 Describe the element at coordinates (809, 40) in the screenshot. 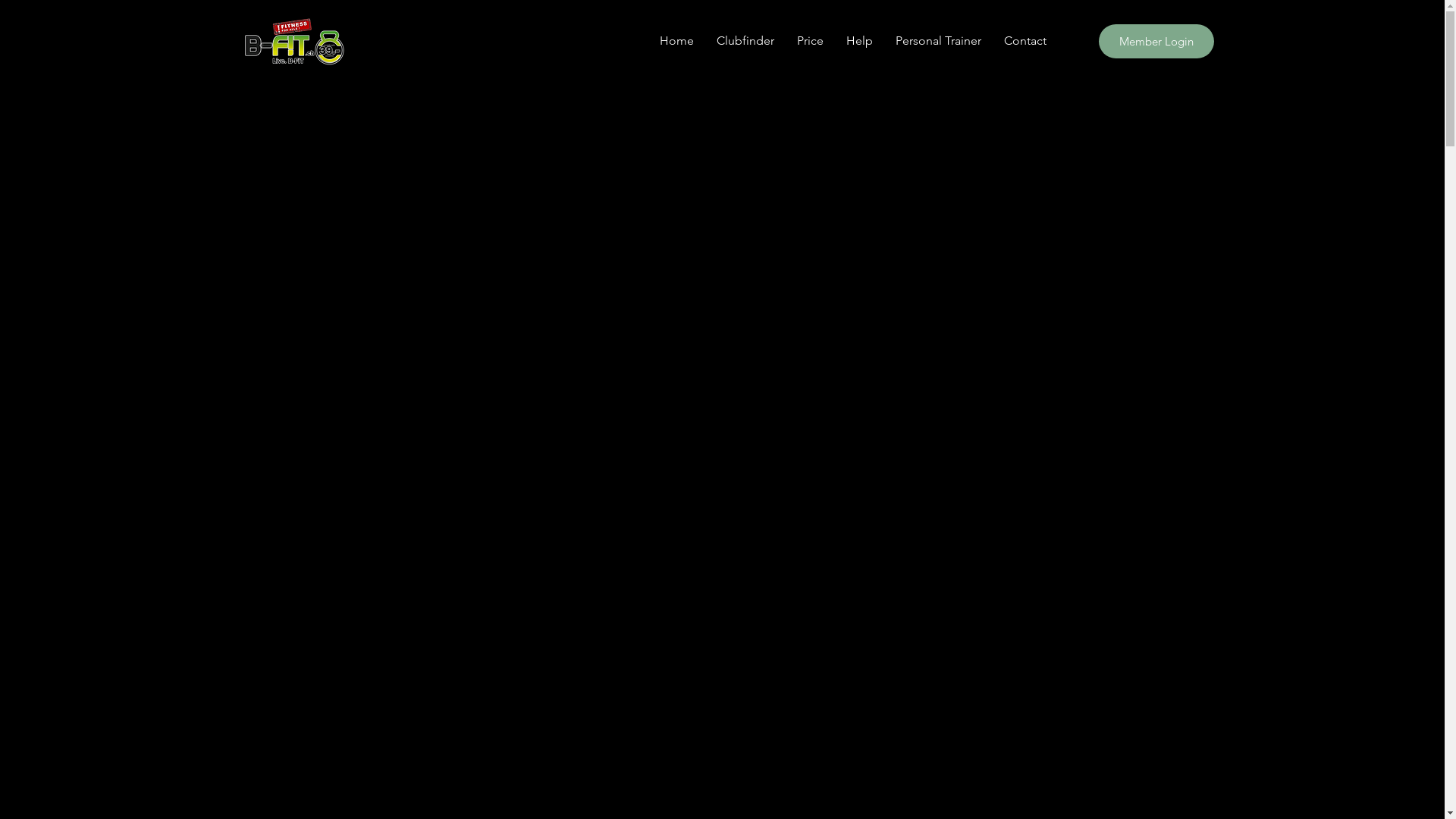

I see `'Price'` at that location.